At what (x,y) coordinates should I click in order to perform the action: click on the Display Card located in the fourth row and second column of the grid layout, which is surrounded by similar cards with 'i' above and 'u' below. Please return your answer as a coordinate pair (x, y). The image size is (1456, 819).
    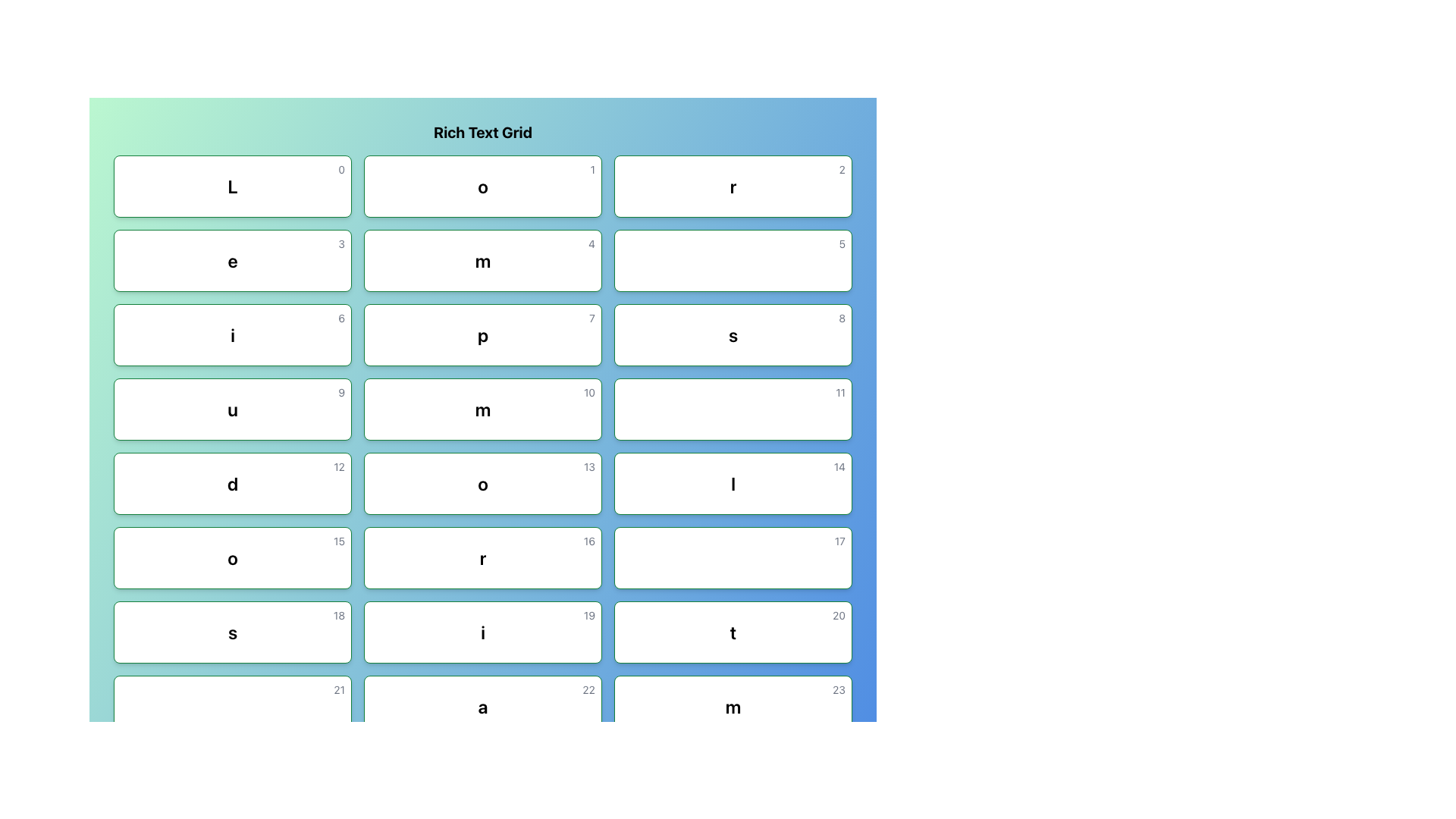
    Looking at the image, I should click on (482, 334).